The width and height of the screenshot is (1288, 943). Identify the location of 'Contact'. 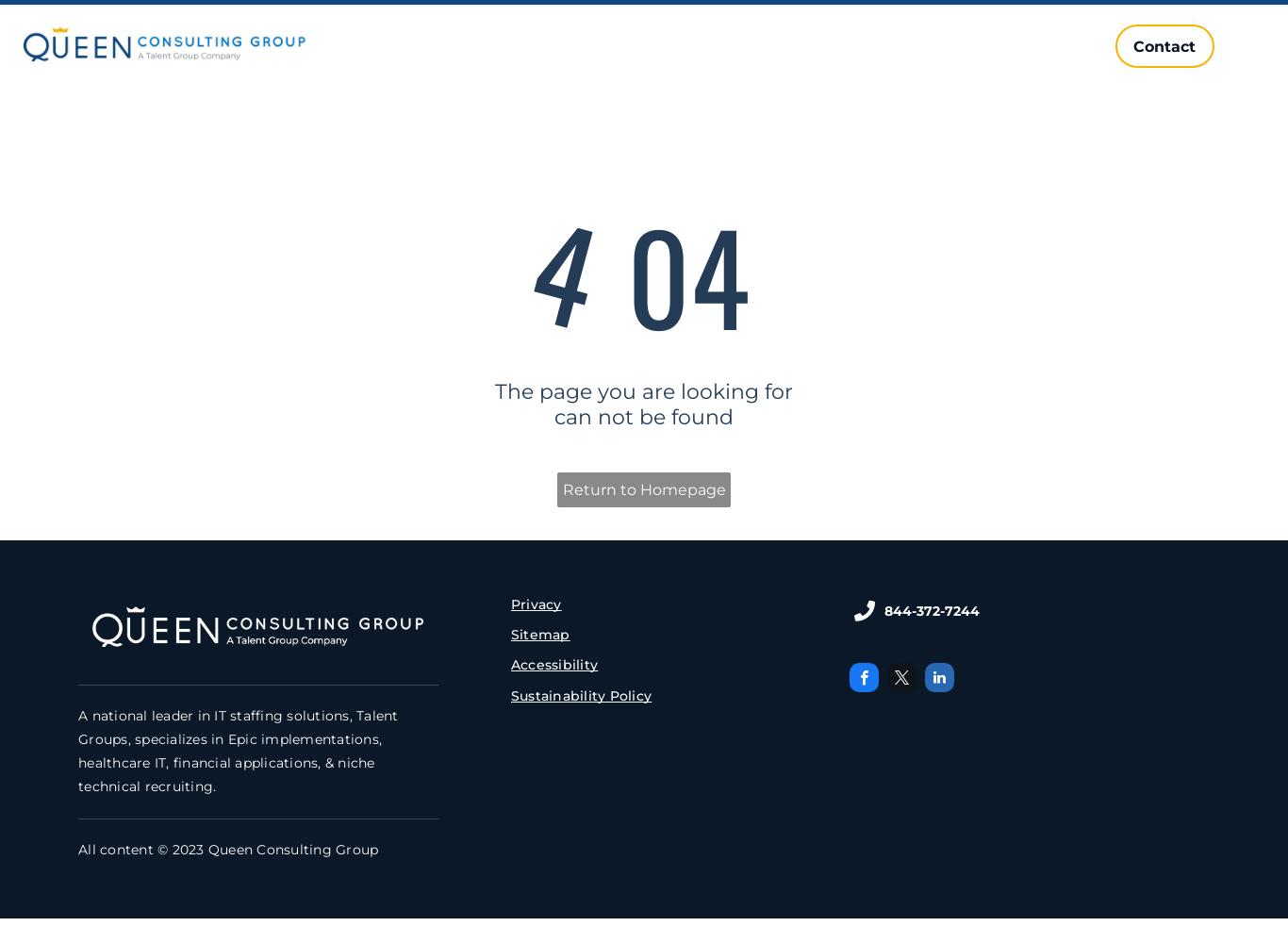
(1164, 45).